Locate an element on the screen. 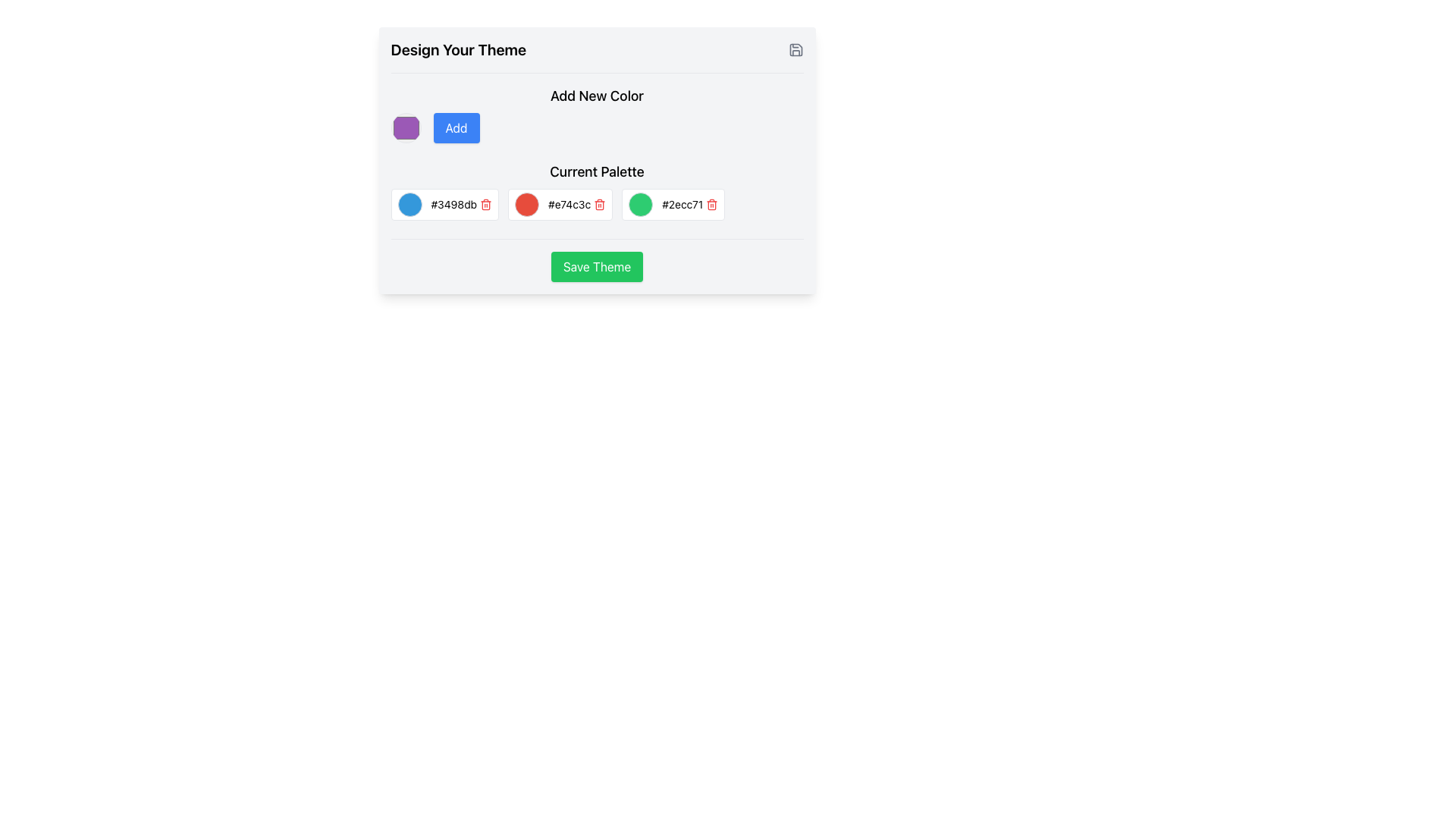  the save button located near the bottom-center of the interface to confirm and save the currently selected or edited color palette is located at coordinates (596, 265).